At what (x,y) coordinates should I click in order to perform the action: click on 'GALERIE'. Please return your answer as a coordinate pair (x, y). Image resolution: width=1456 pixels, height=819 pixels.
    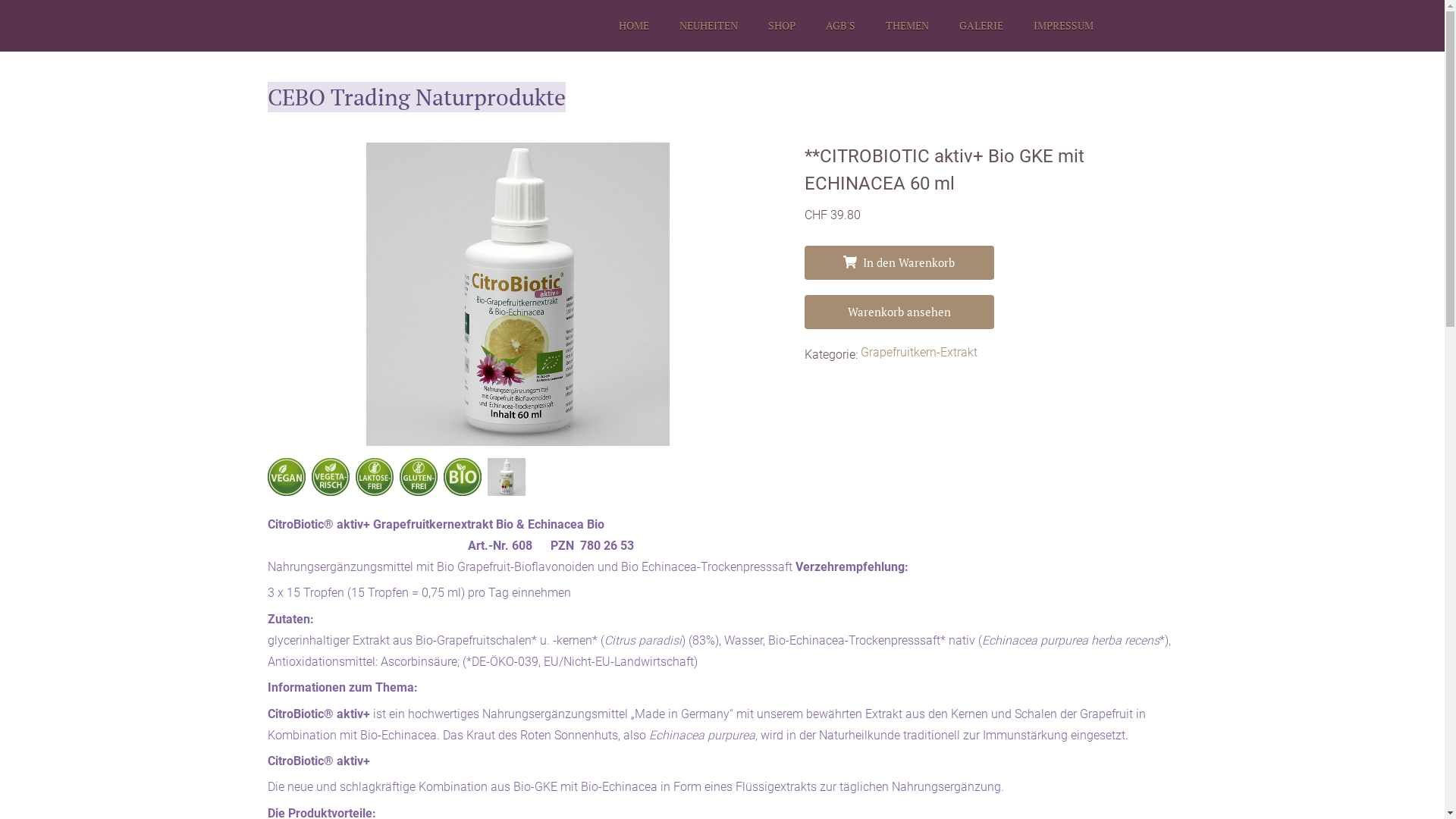
    Looking at the image, I should click on (980, 26).